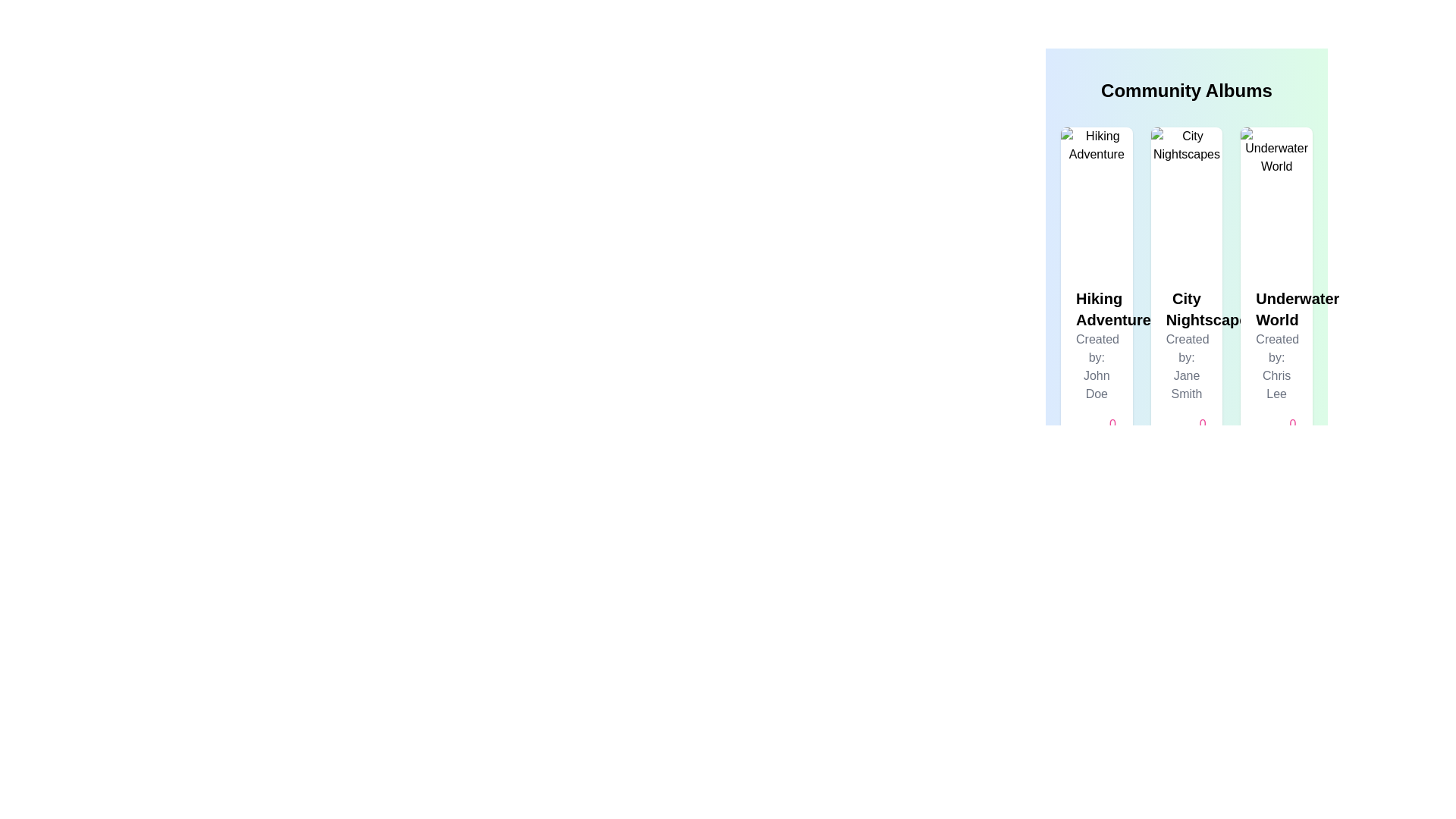  I want to click on the like button located at the bottom-right corner of the 'Underwater World' album card, so click(1281, 433).